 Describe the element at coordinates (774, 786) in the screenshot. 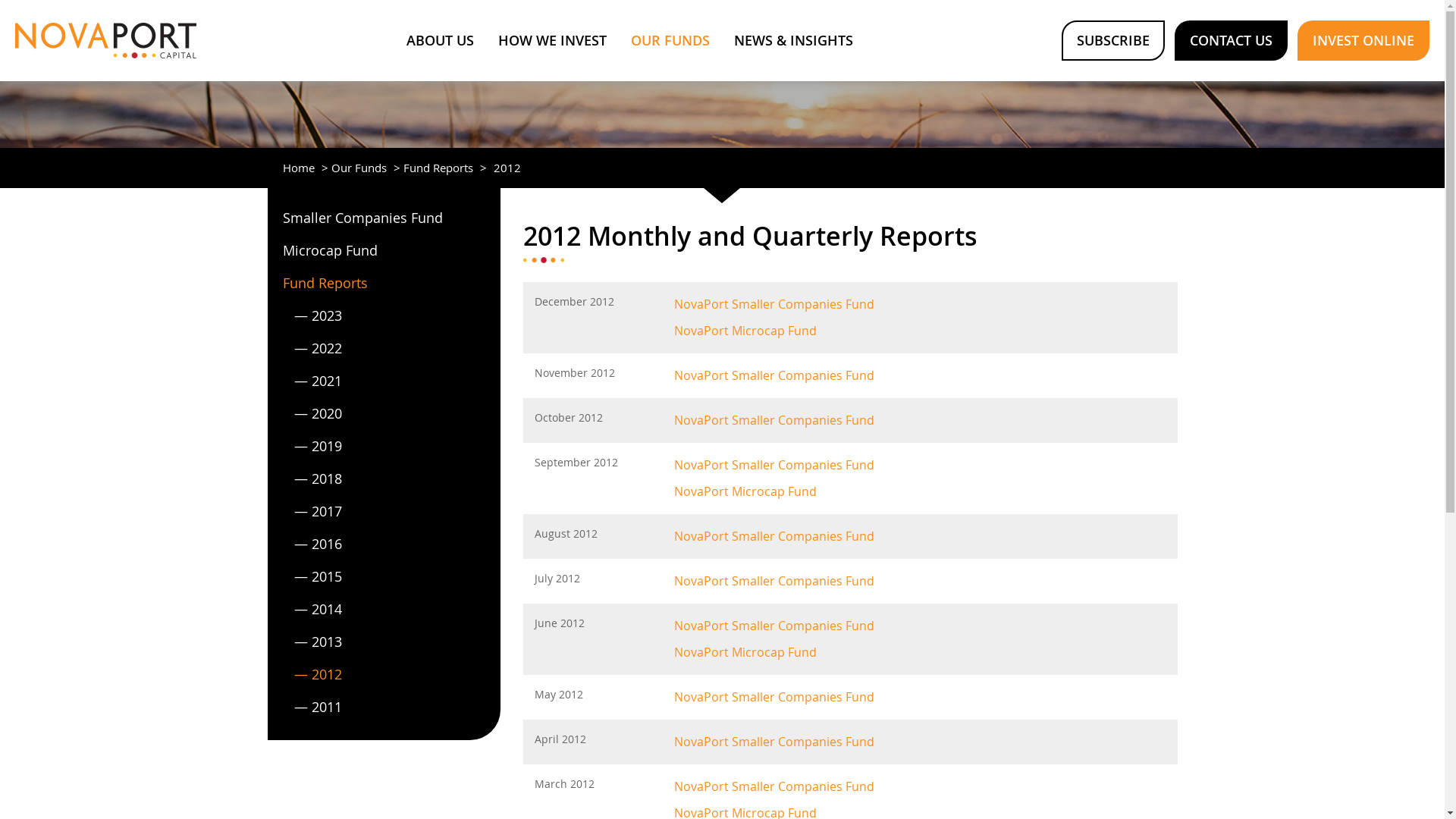

I see `'NovaPort Smaller Companies Fund'` at that location.